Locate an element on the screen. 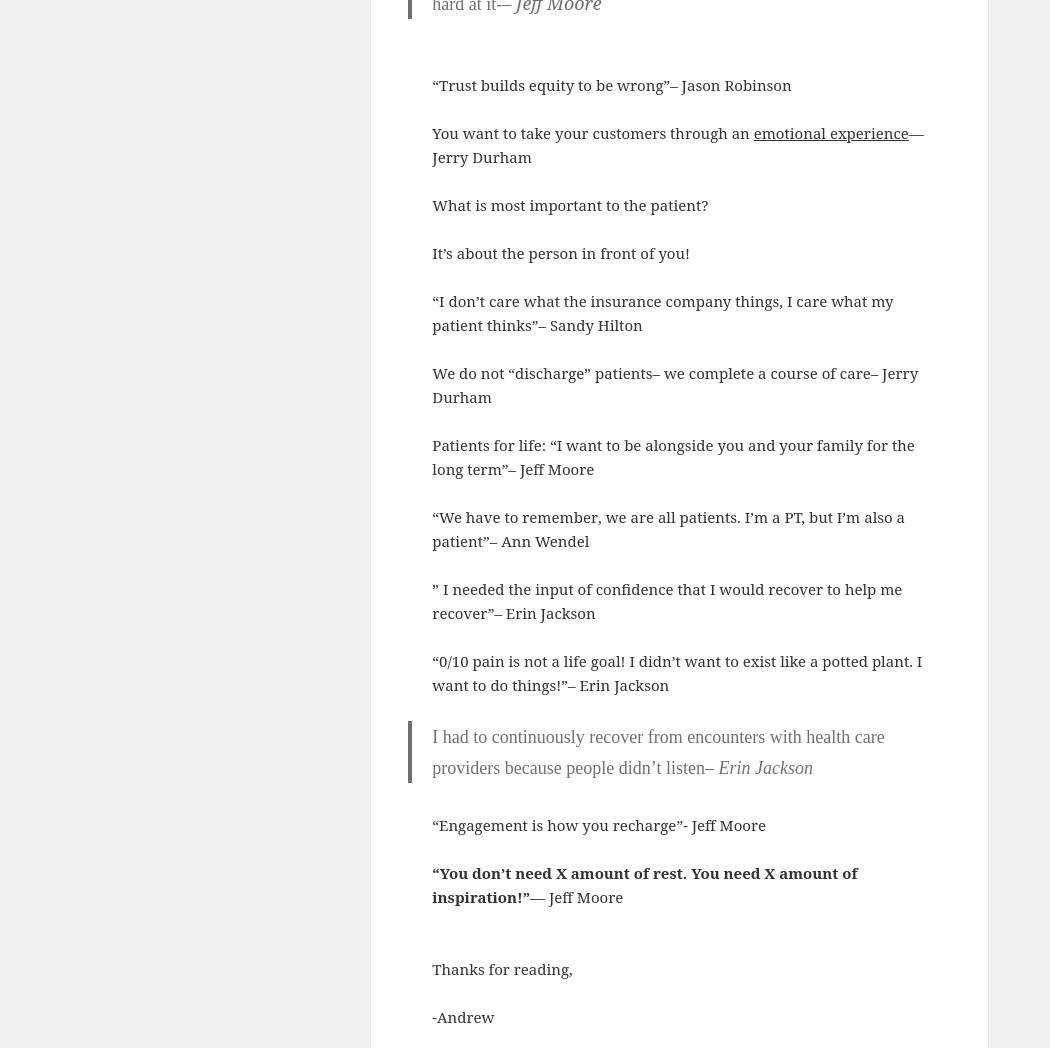 The image size is (1050, 1048). 'You want to take your customers through an' is located at coordinates (591, 132).